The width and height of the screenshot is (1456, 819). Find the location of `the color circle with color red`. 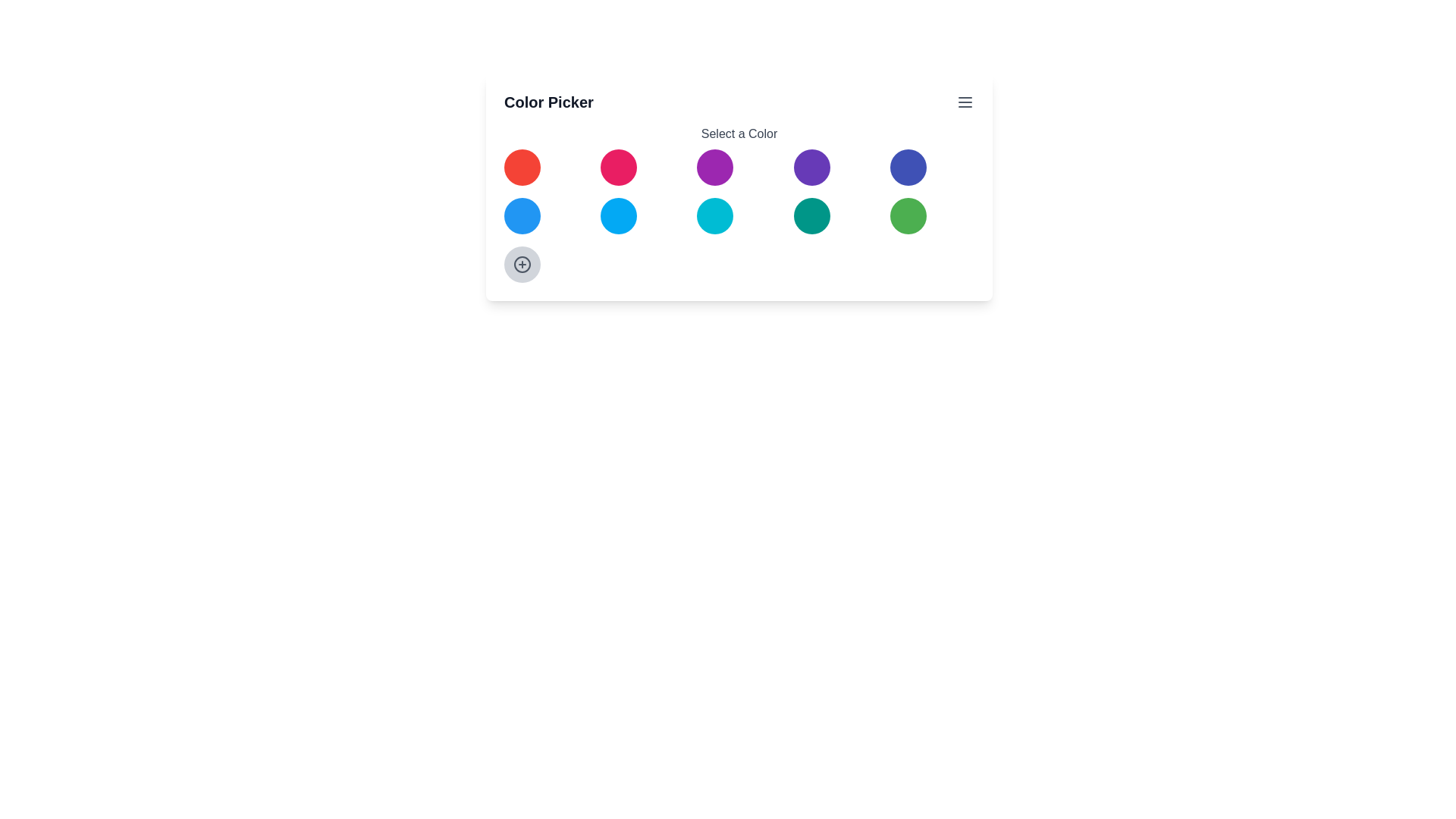

the color circle with color red is located at coordinates (522, 167).